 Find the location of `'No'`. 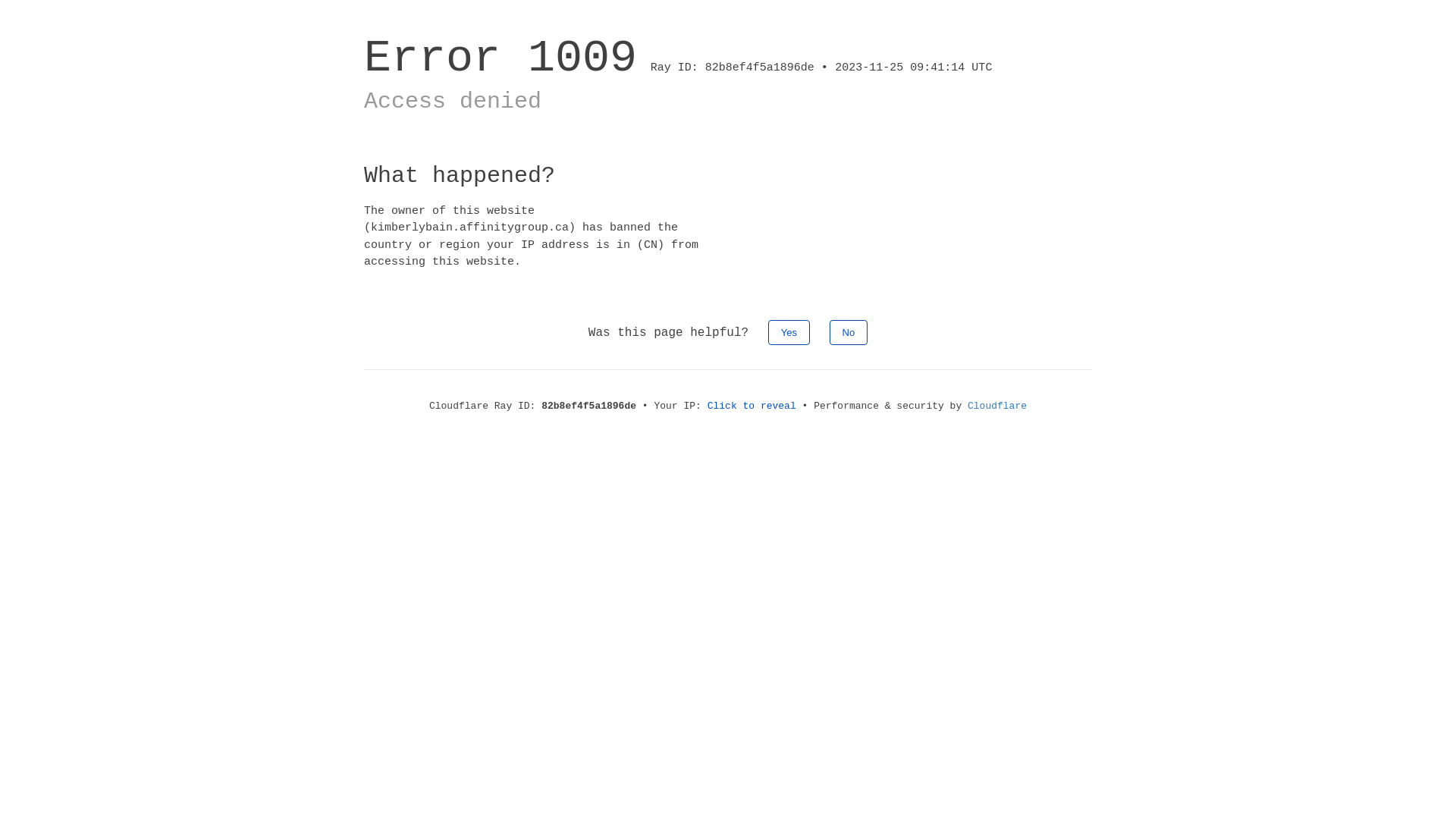

'No' is located at coordinates (848, 331).